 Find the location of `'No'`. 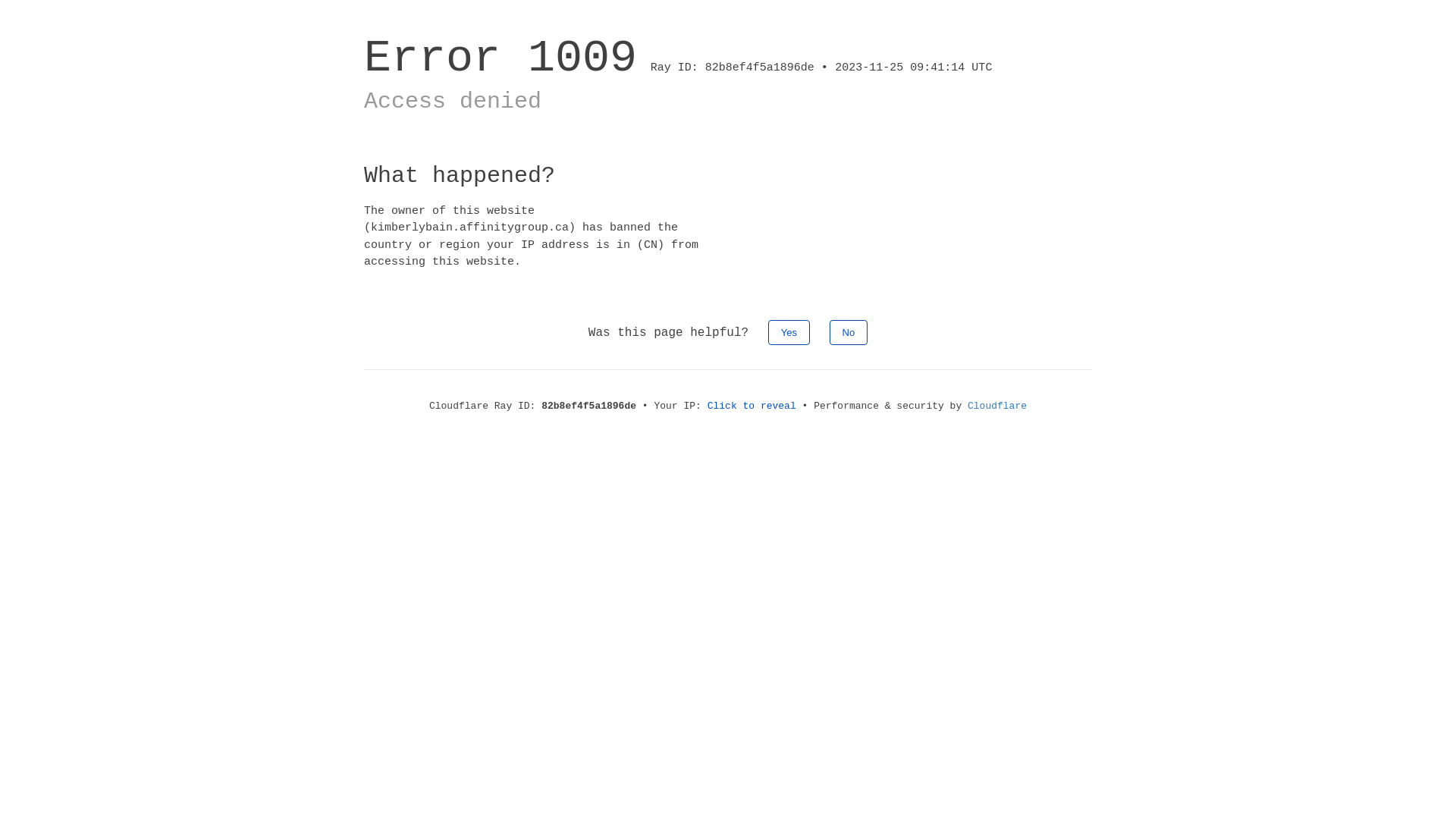

'No' is located at coordinates (848, 331).